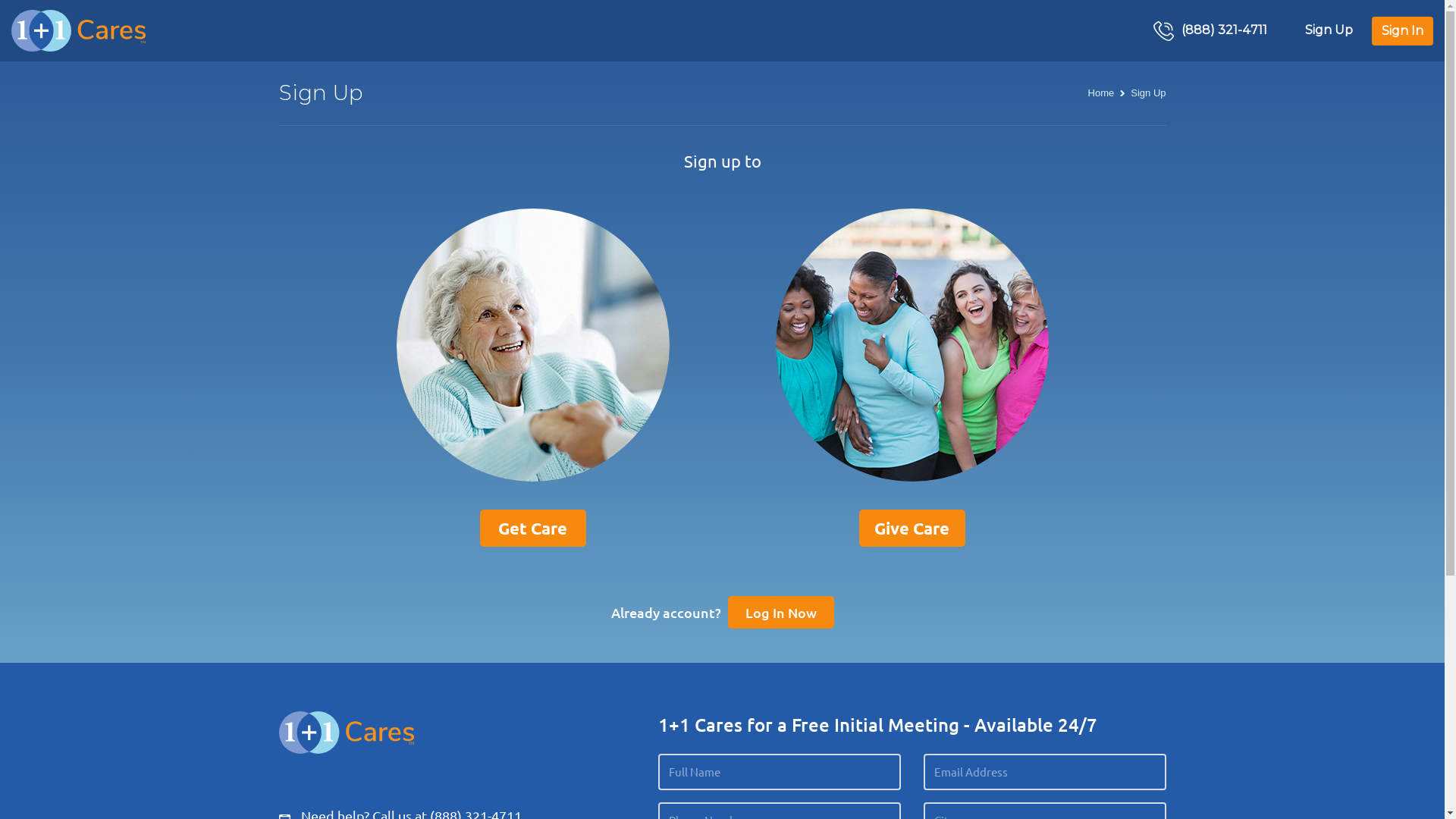 Image resolution: width=1456 pixels, height=819 pixels. What do you see at coordinates (1210, 31) in the screenshot?
I see `'(888) 321-4711'` at bounding box center [1210, 31].